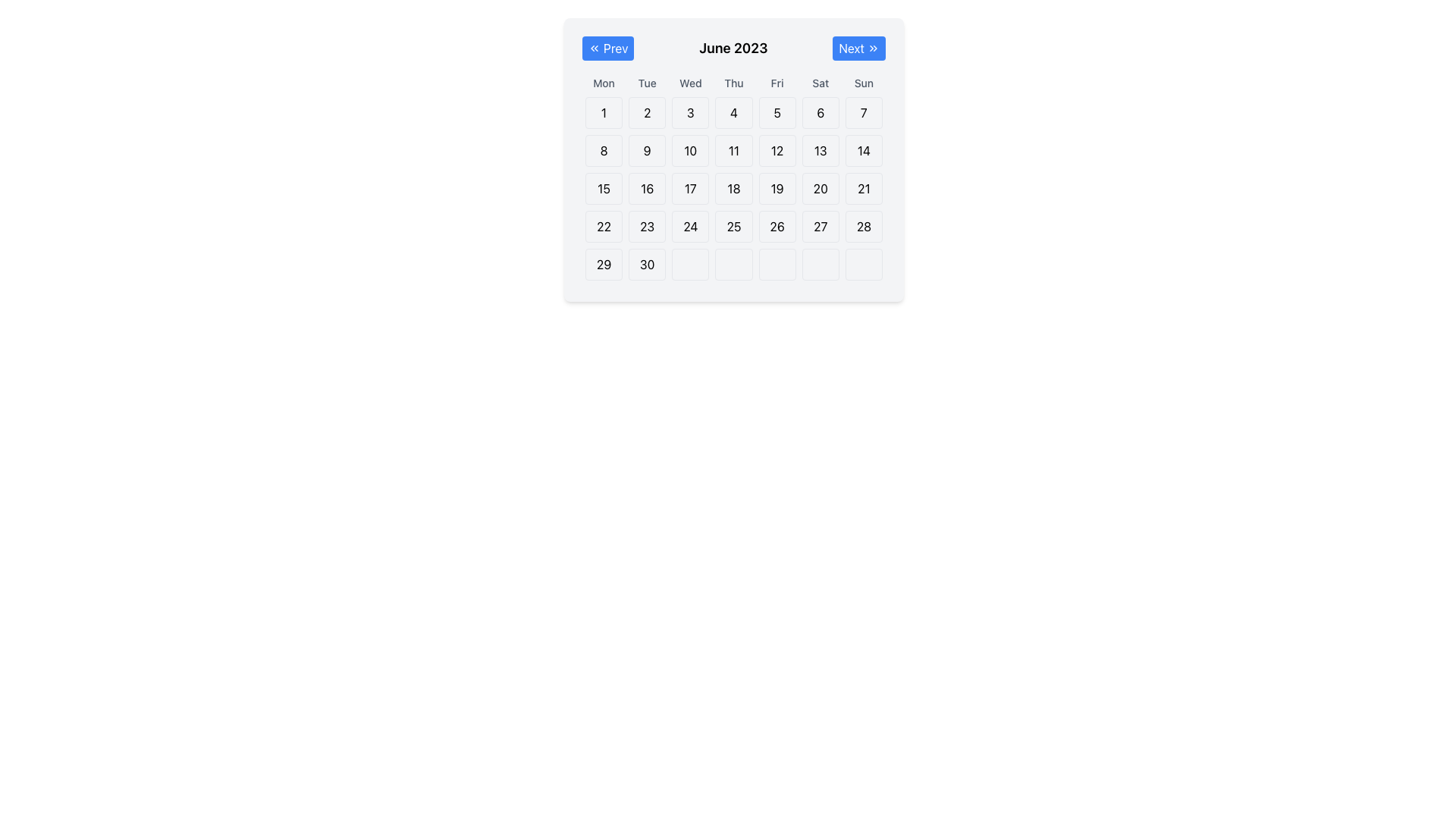 The width and height of the screenshot is (1456, 819). I want to click on the empty interactive box in the calendar grid, which is the fourth cell in the last row beneath the 'Thu' column, so click(734, 263).